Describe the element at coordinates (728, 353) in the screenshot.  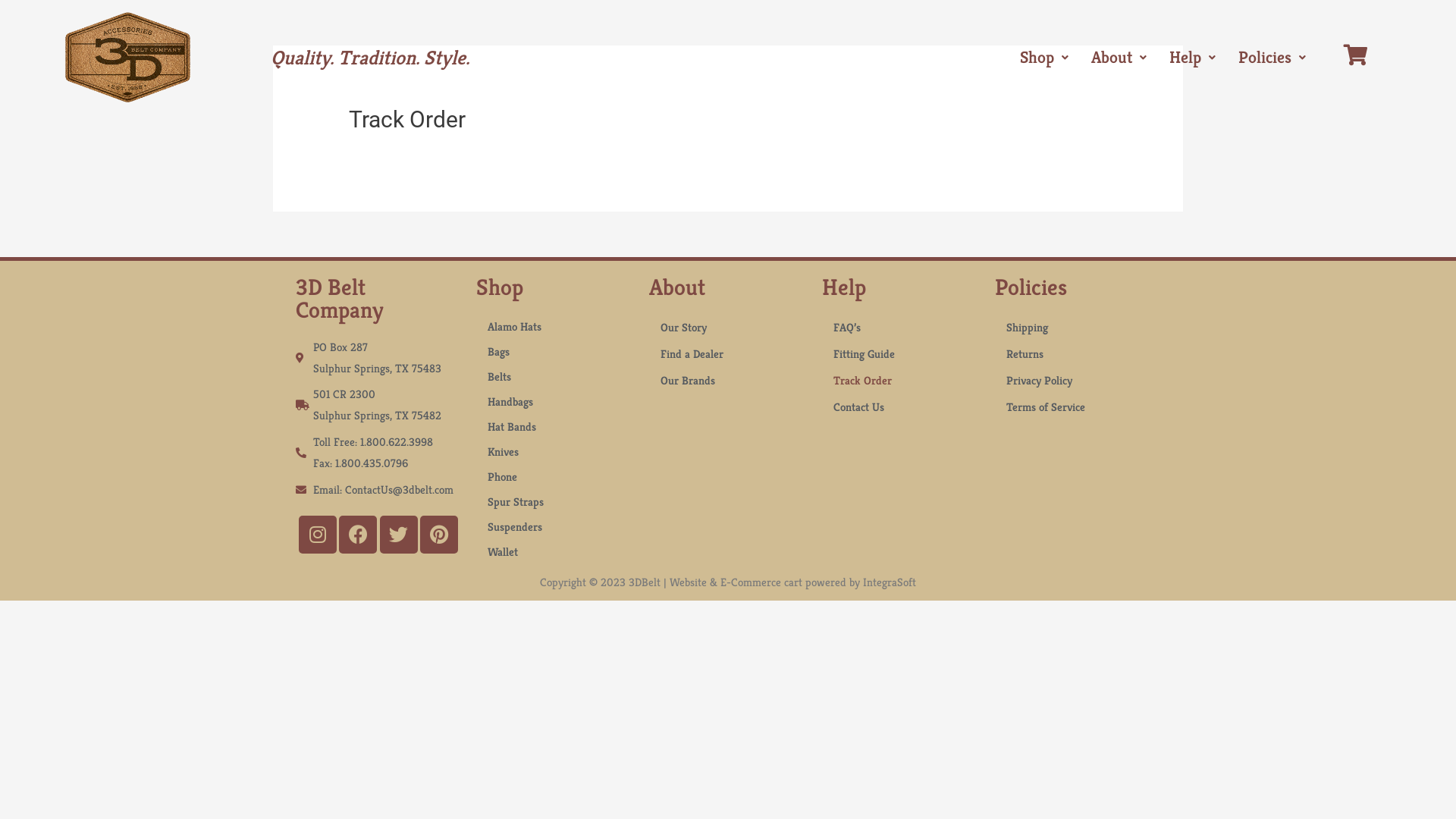
I see `'Find a Dealer'` at that location.